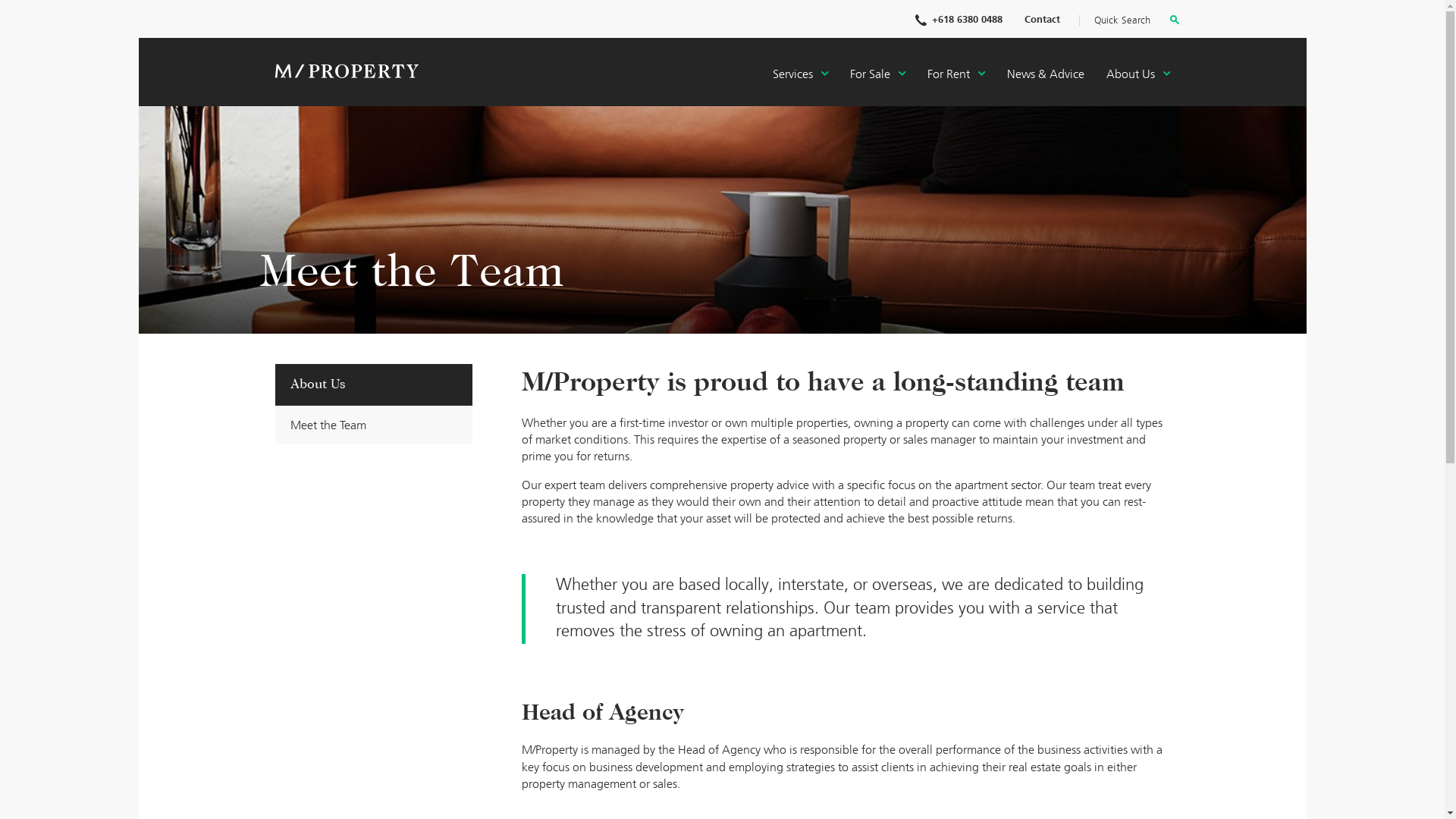  Describe the element at coordinates (1044, 75) in the screenshot. I see `'News & Advice'` at that location.